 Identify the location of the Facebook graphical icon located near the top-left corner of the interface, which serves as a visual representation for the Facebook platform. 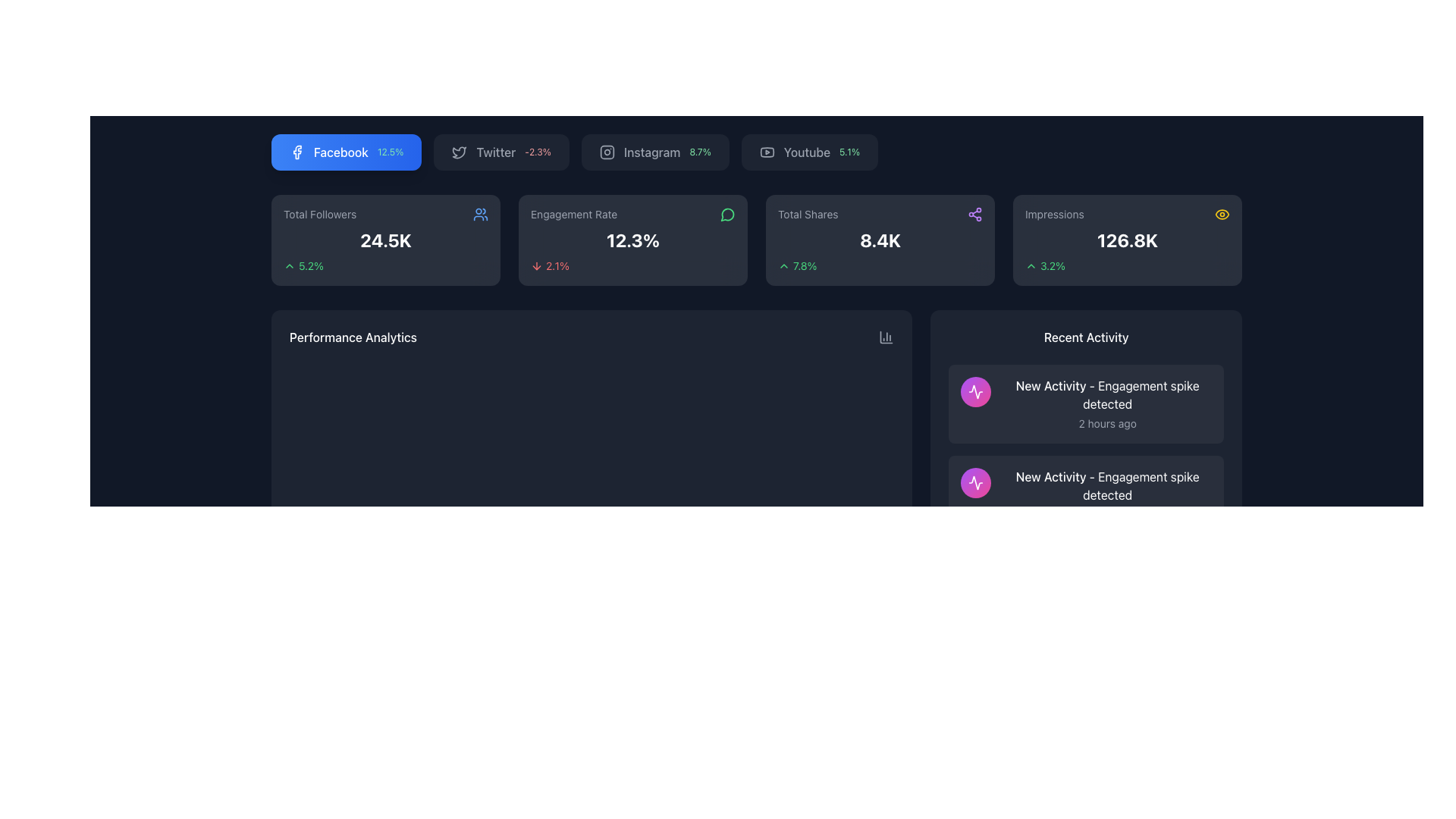
(297, 152).